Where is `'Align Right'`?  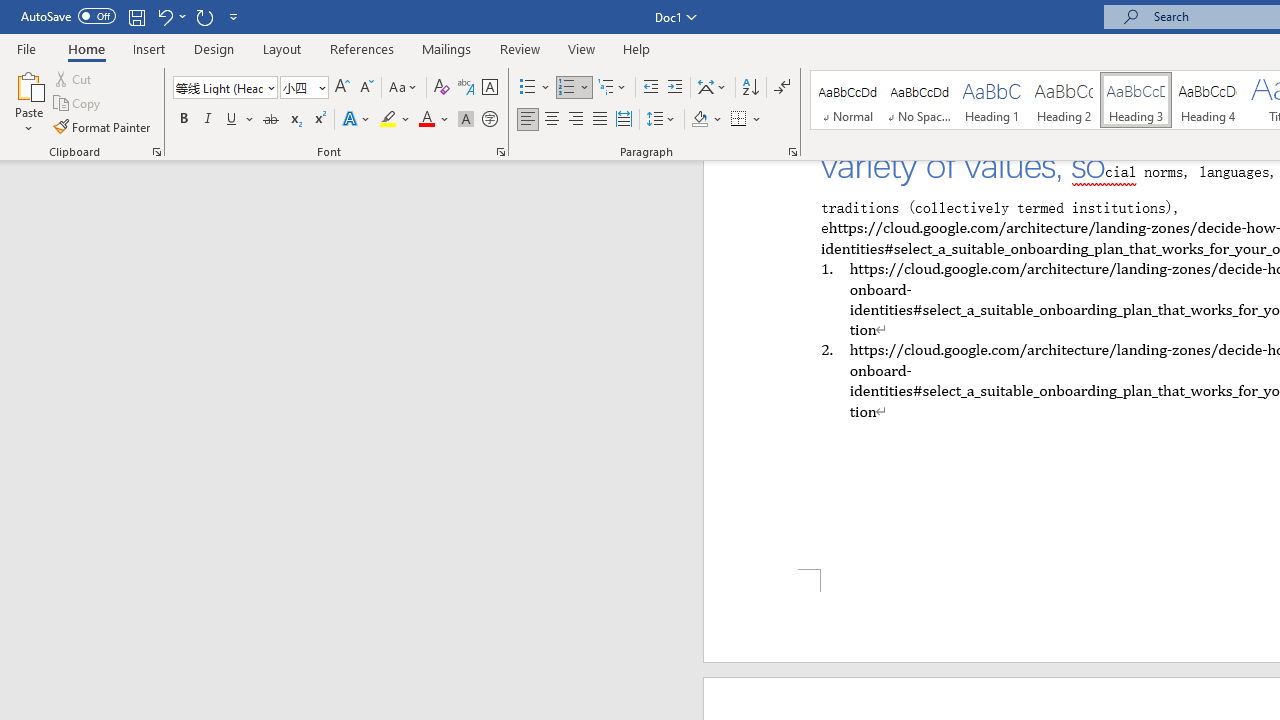 'Align Right' is located at coordinates (575, 119).